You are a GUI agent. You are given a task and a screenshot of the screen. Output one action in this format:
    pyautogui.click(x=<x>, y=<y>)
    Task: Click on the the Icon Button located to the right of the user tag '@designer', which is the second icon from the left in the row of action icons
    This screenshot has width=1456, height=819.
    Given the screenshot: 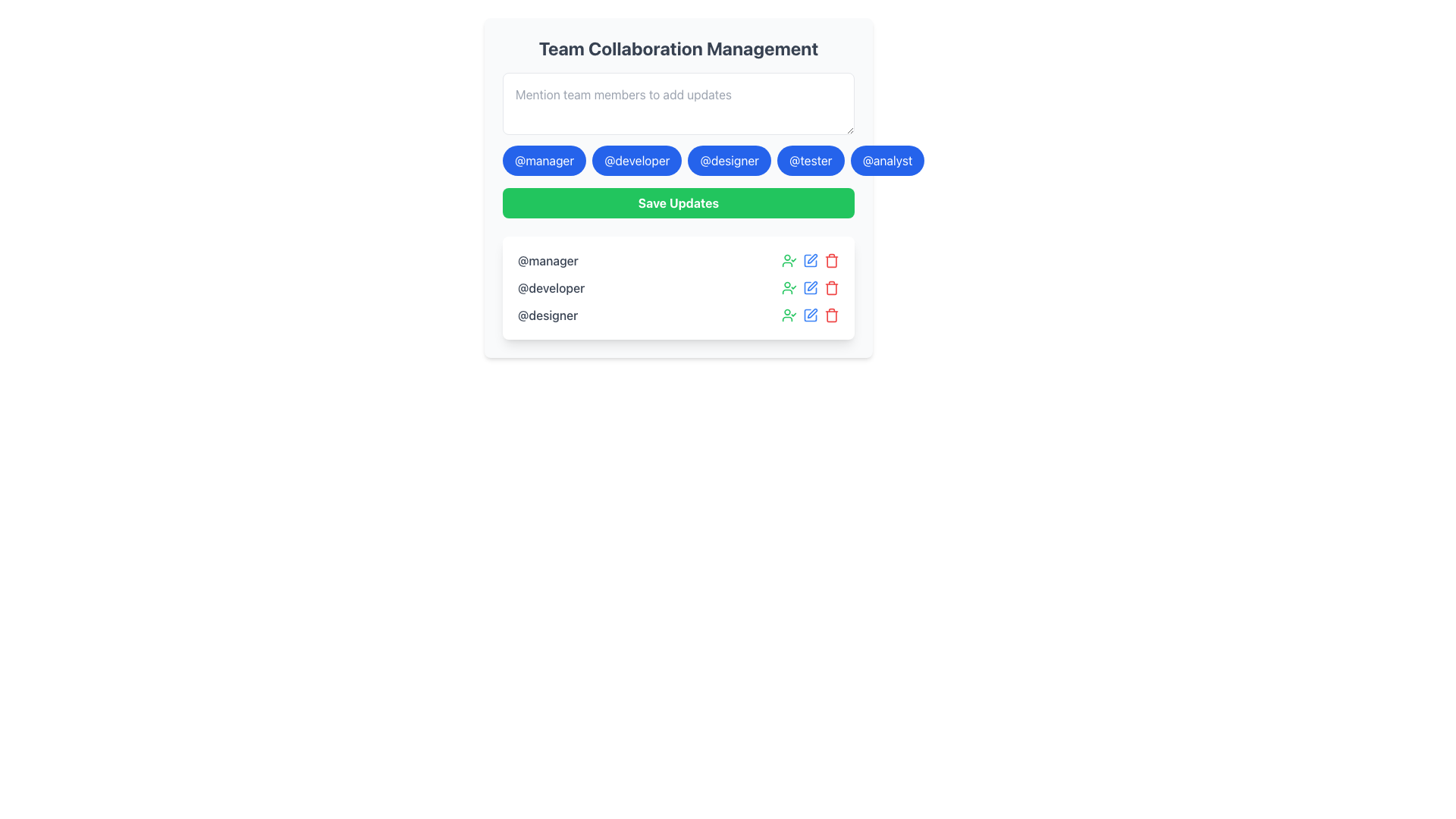 What is the action you would take?
    pyautogui.click(x=811, y=312)
    